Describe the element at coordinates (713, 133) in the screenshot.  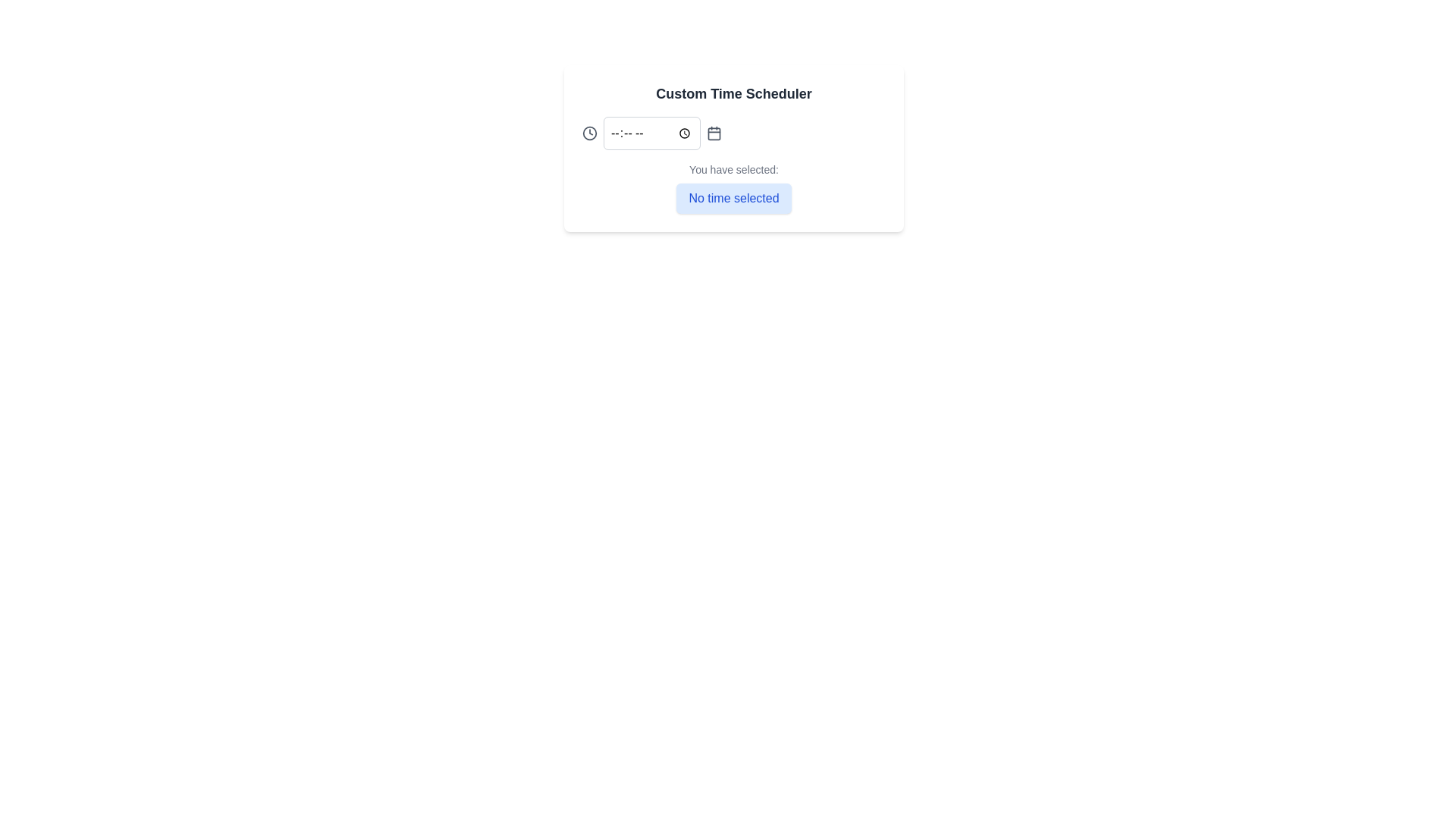
I see `the calendar icon located towards the right within a horizontal arrangement of elements in the custom time scheduler interface` at that location.